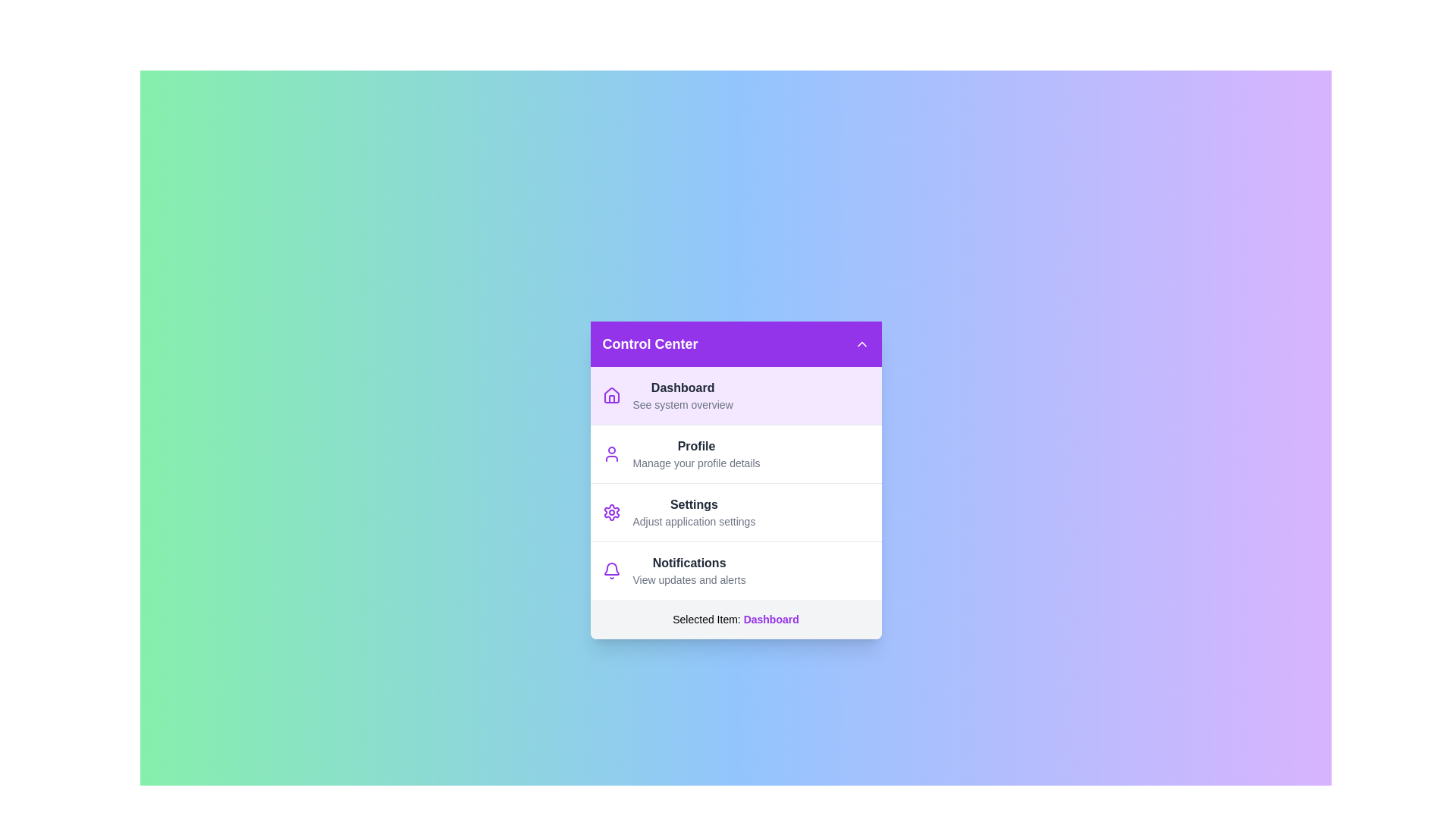  I want to click on the menu item Profile from the list, so click(736, 452).